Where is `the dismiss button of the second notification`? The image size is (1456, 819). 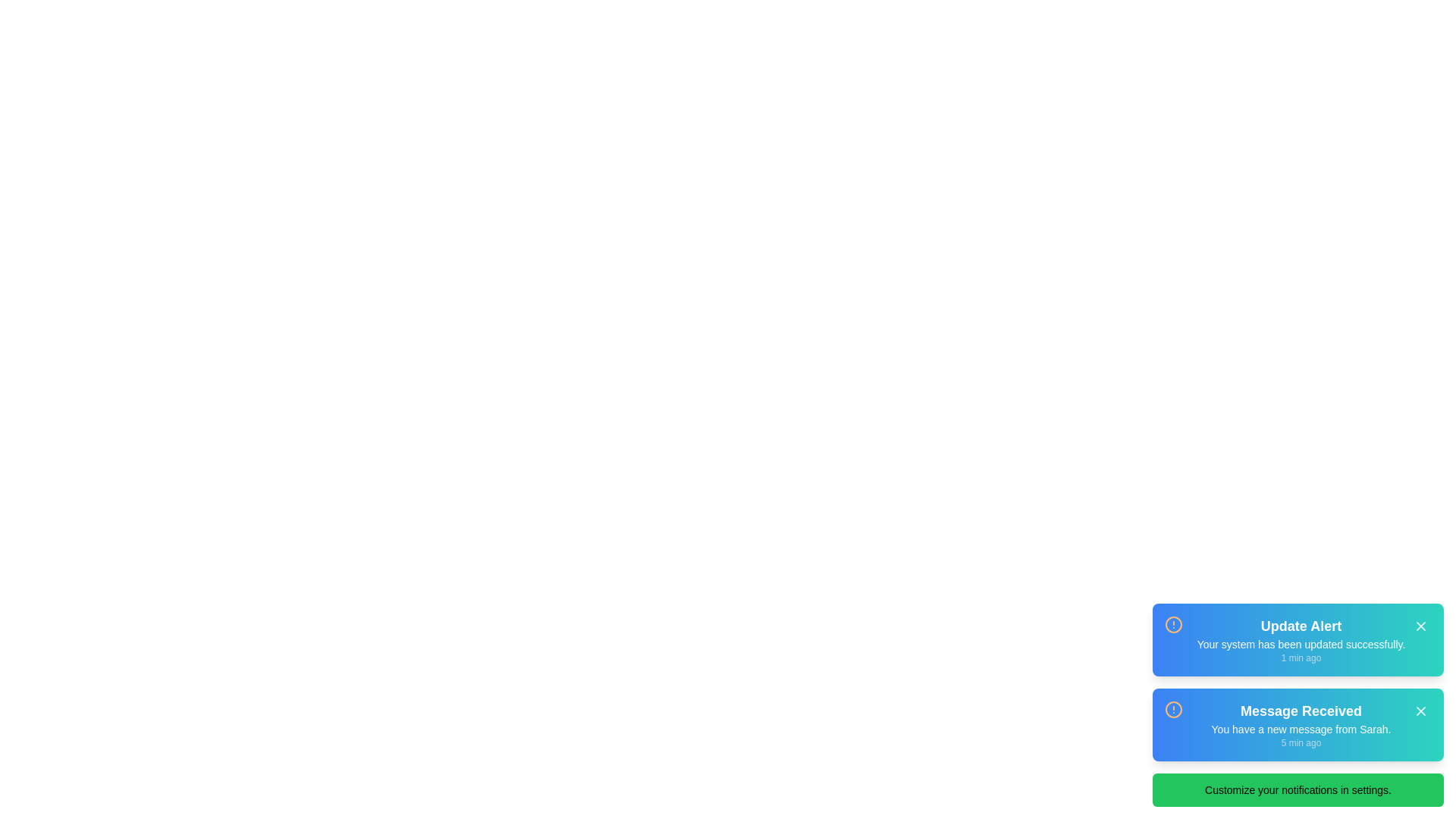
the dismiss button of the second notification is located at coordinates (1420, 711).